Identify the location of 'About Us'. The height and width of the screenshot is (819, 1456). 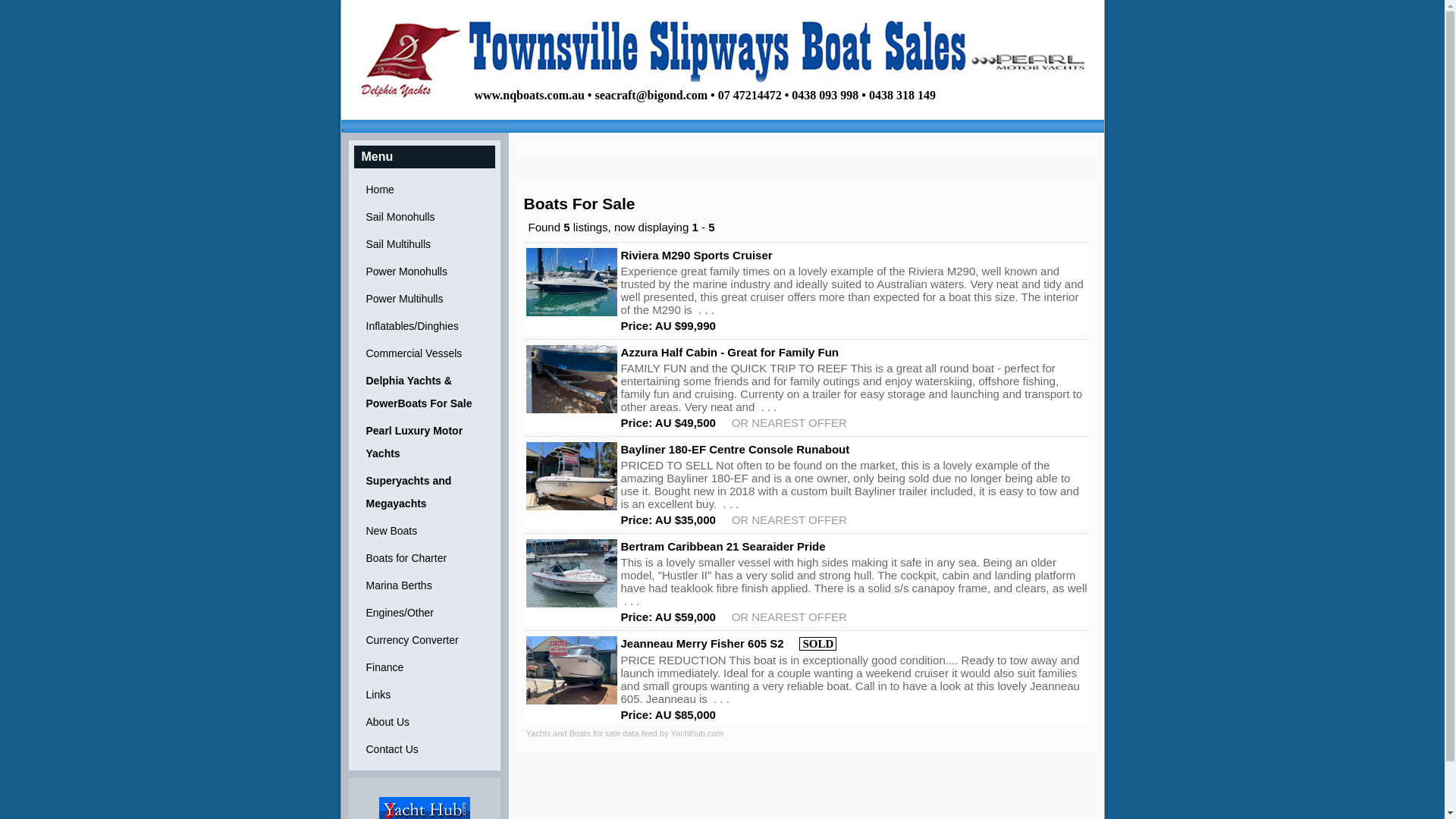
(425, 721).